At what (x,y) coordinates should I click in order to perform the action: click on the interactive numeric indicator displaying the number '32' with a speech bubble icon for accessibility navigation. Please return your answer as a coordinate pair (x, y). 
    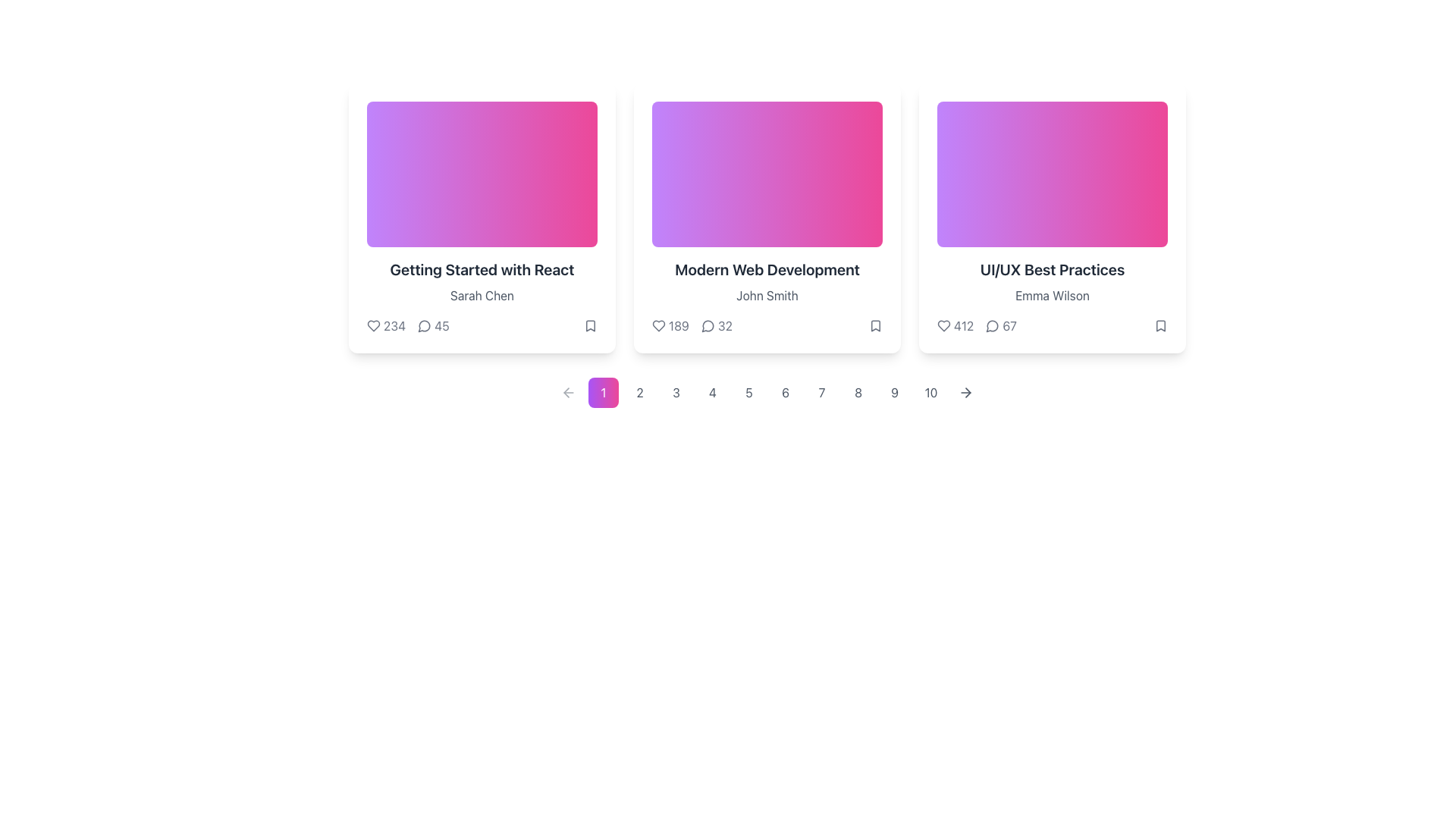
    Looking at the image, I should click on (716, 325).